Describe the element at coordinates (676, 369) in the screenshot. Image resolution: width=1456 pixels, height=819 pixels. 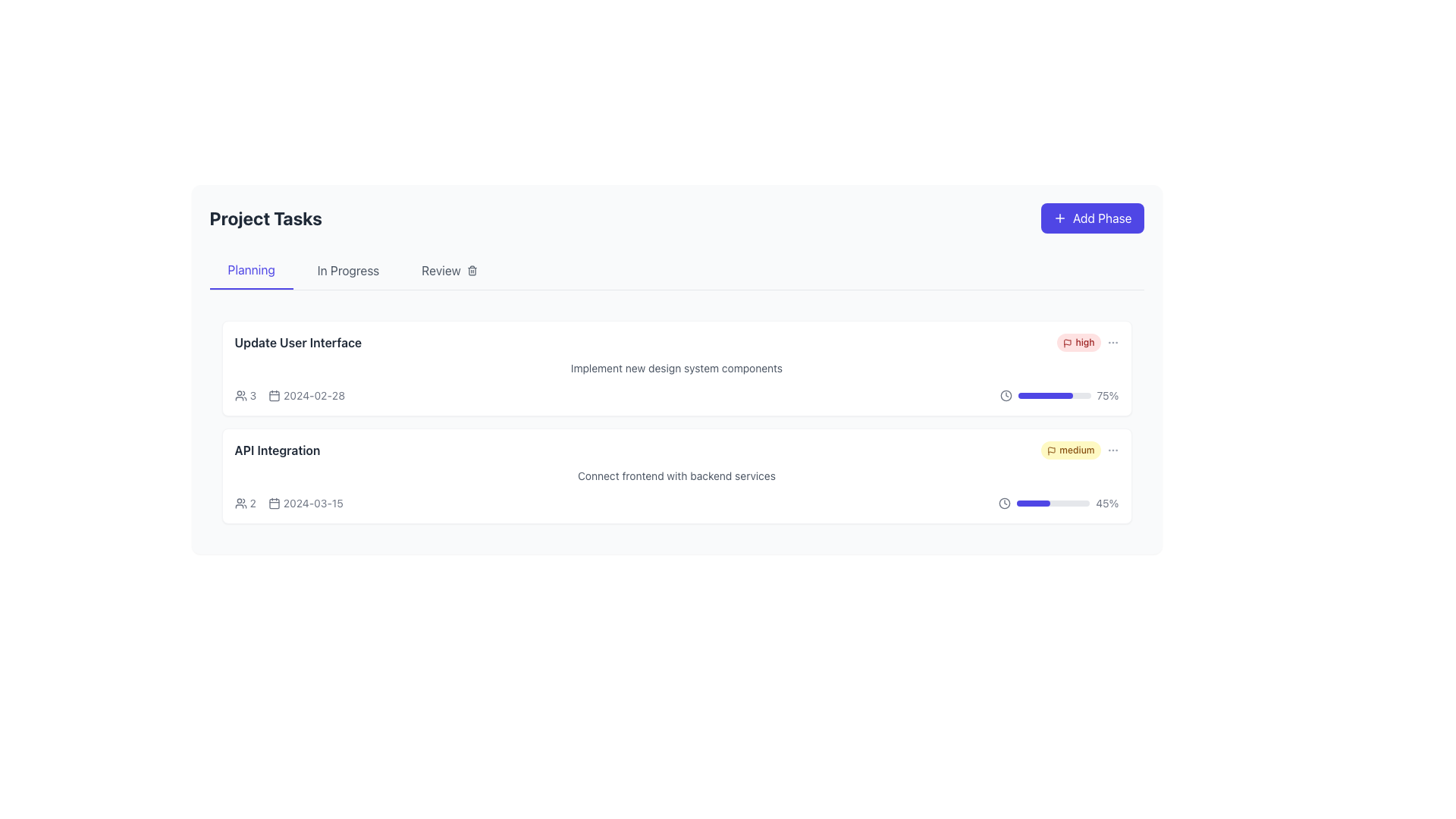
I see `the text label displaying 'Implement new design system components' which is located directly below the task title in the task card titled 'Update User Interface'` at that location.